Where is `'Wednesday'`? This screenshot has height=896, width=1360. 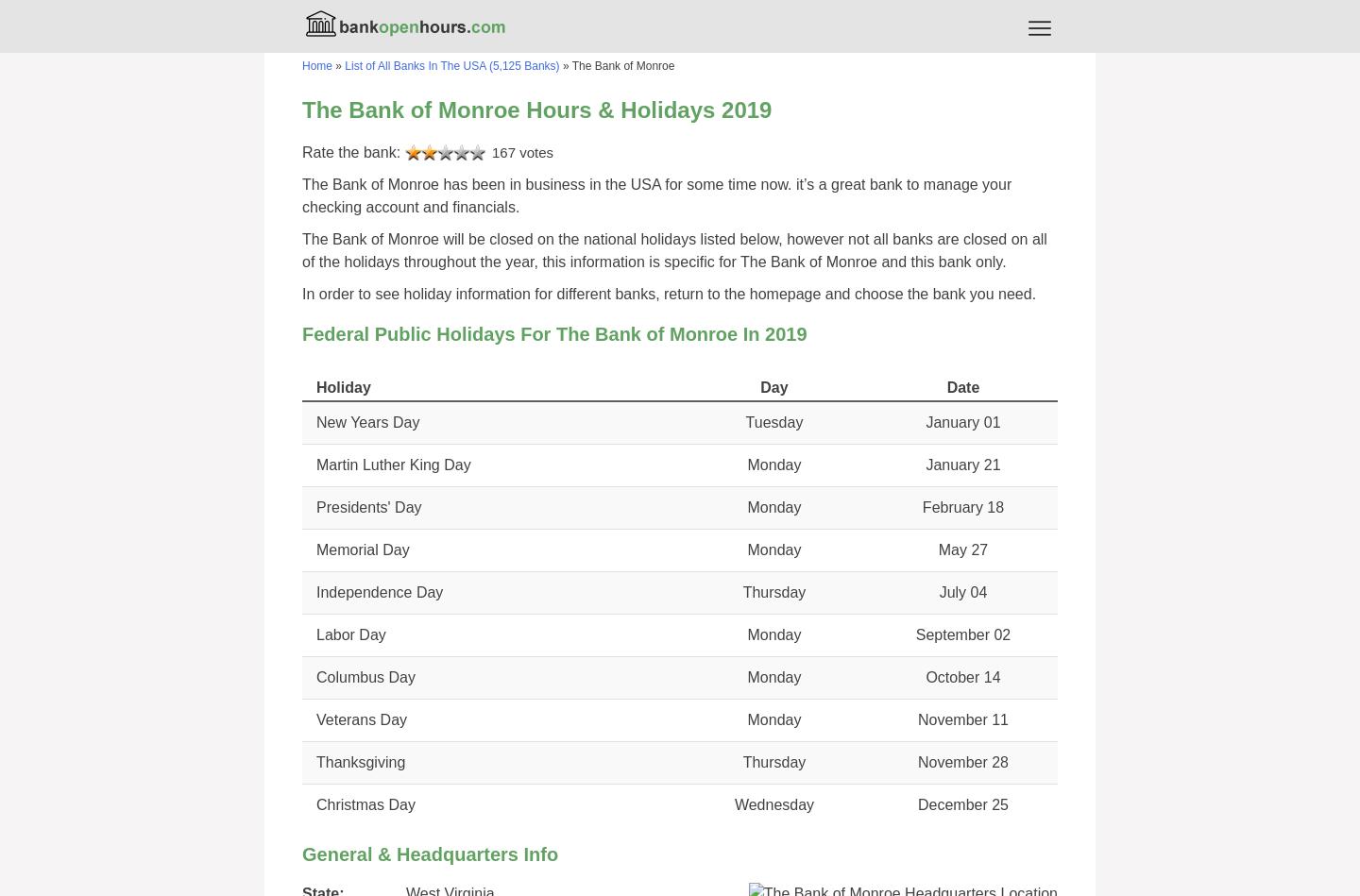 'Wednesday' is located at coordinates (773, 803).